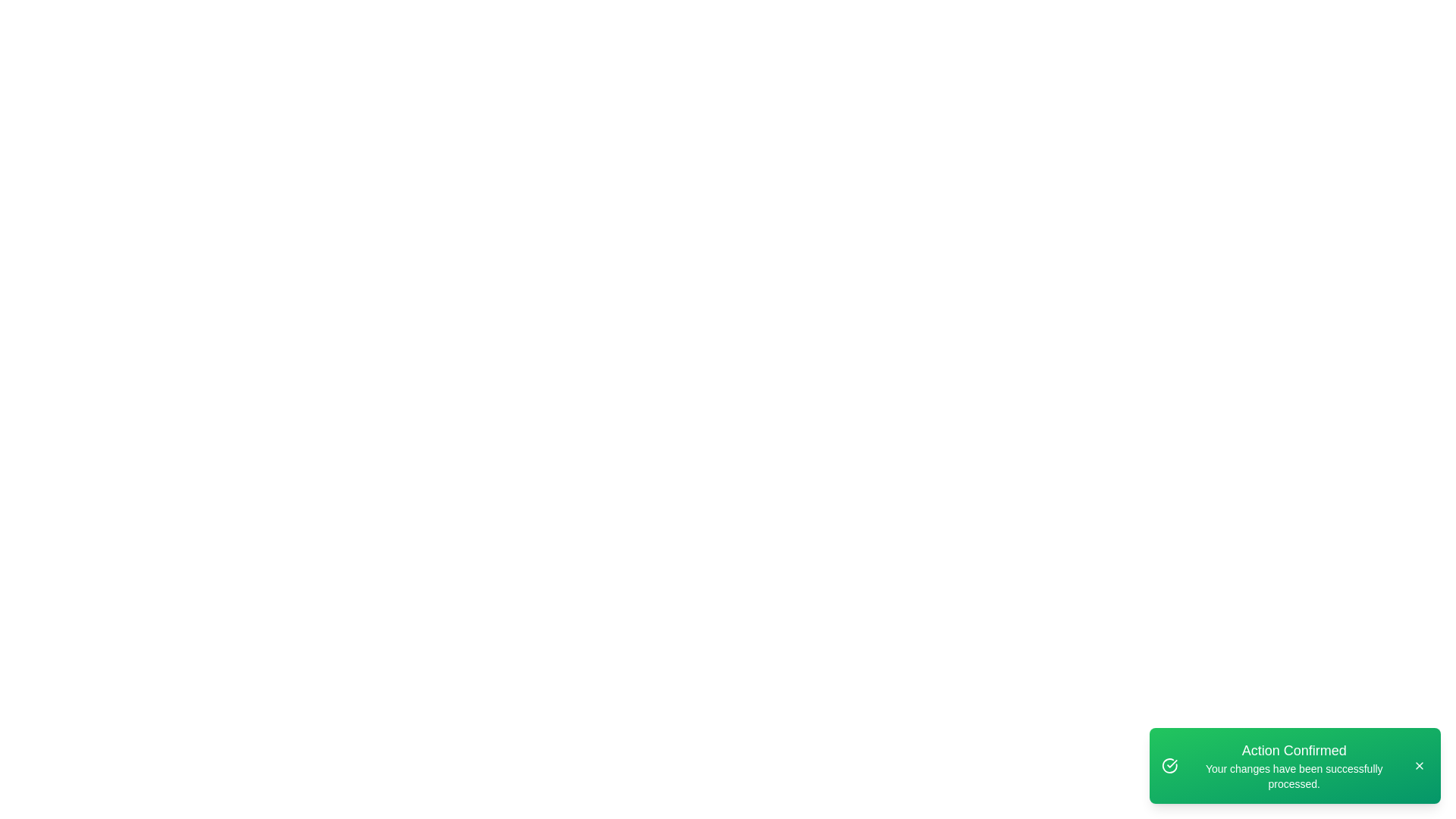 The width and height of the screenshot is (1456, 819). What do you see at coordinates (1419, 766) in the screenshot?
I see `the close button of the snackbar to close it` at bounding box center [1419, 766].